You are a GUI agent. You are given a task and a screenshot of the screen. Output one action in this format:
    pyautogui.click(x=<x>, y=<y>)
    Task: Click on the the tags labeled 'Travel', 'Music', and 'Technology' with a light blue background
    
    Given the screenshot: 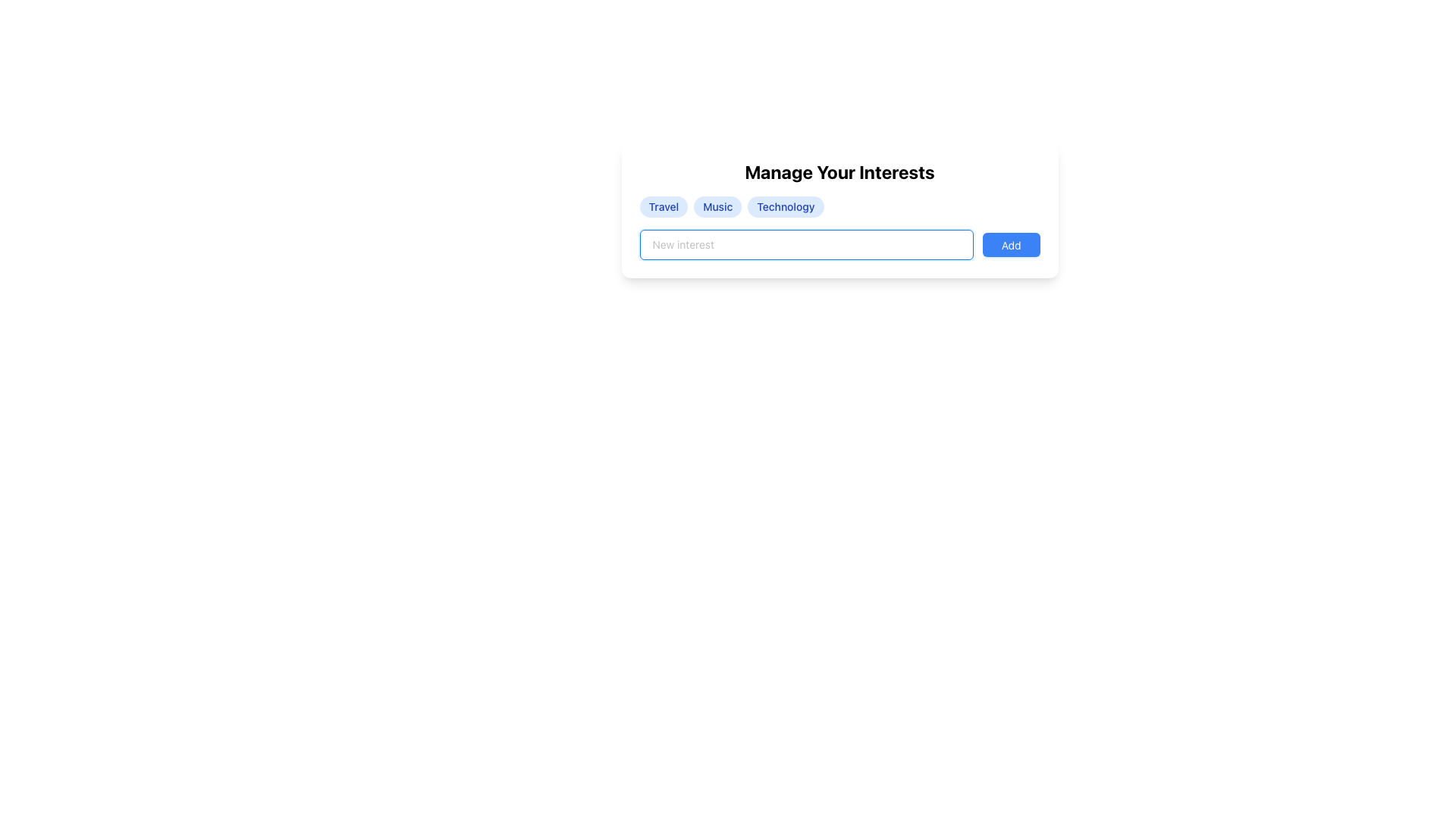 What is the action you would take?
    pyautogui.click(x=839, y=207)
    